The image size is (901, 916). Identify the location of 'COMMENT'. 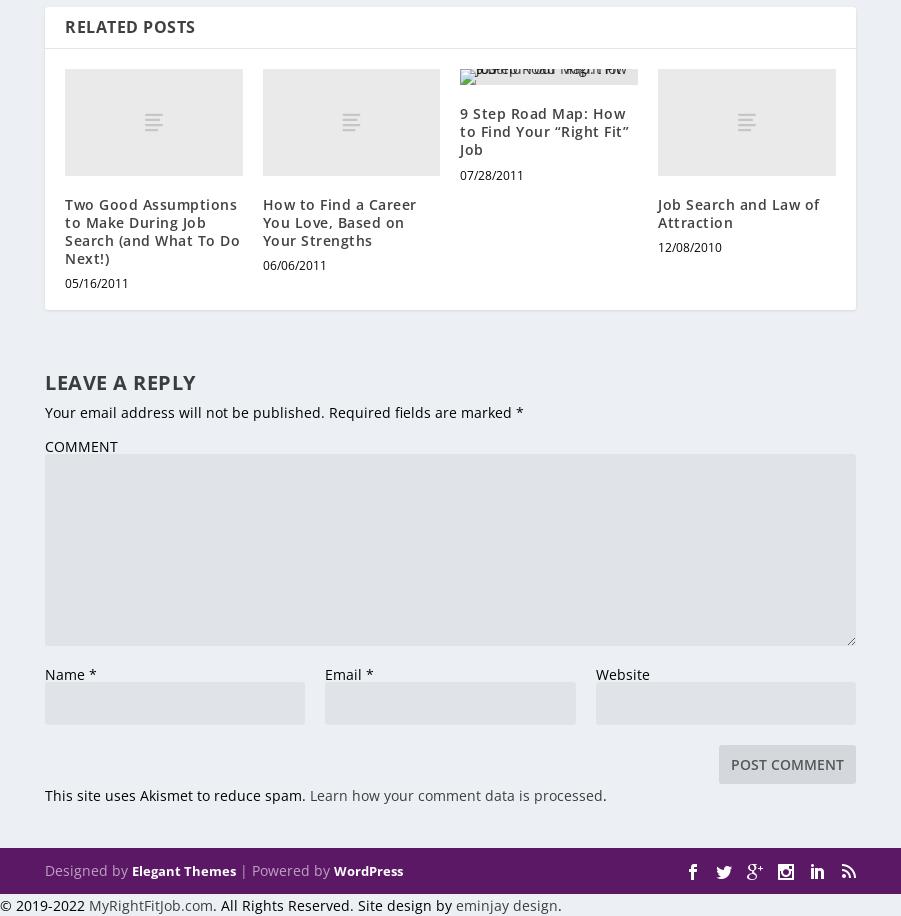
(43, 445).